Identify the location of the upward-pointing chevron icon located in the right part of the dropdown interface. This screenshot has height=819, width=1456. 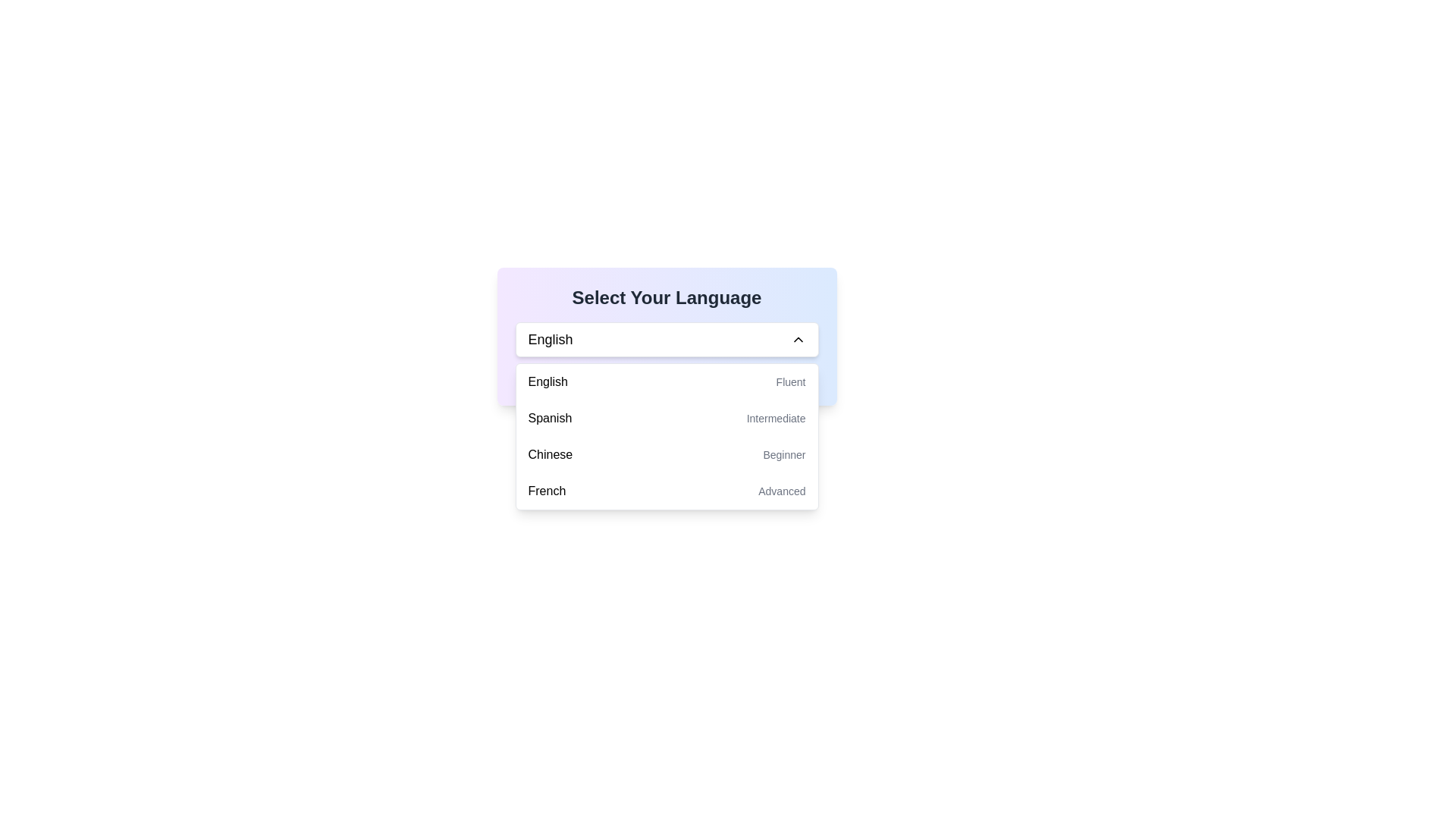
(797, 338).